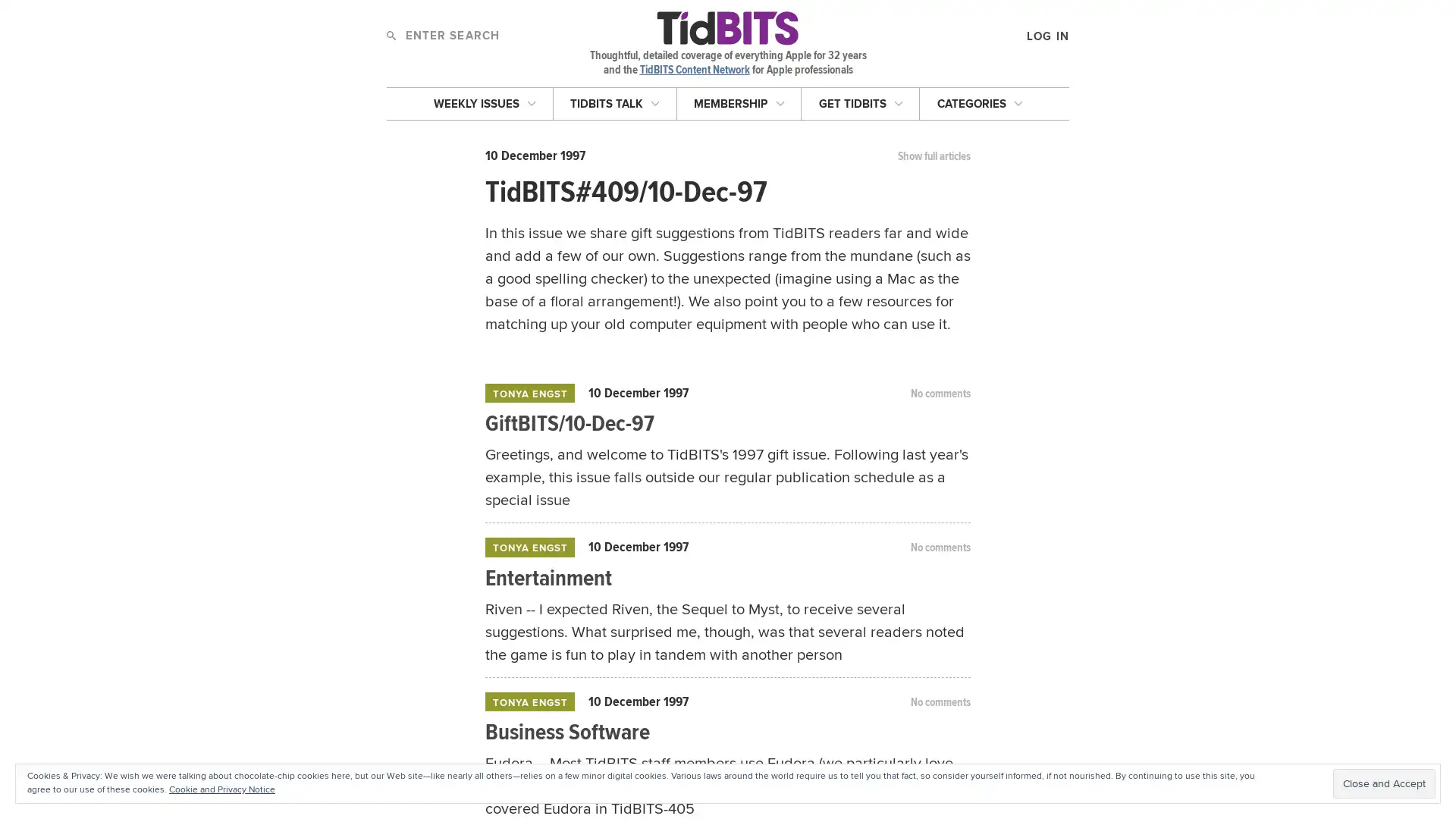  What do you see at coordinates (977, 120) in the screenshot?
I see `LOG IN` at bounding box center [977, 120].